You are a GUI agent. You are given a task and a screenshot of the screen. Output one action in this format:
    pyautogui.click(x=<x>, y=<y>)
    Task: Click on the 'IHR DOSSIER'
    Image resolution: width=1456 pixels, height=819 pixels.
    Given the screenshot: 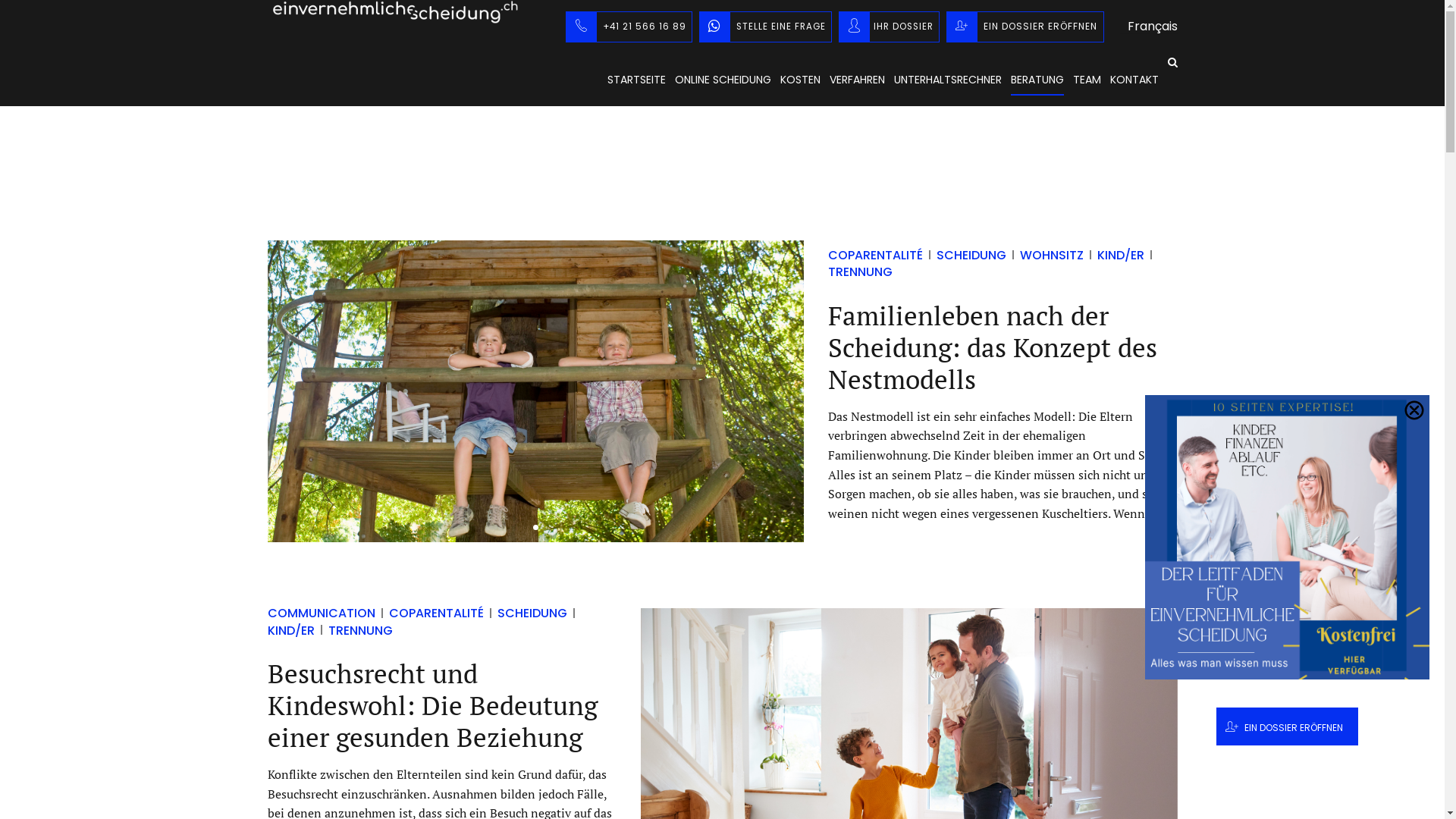 What is the action you would take?
    pyautogui.click(x=889, y=26)
    